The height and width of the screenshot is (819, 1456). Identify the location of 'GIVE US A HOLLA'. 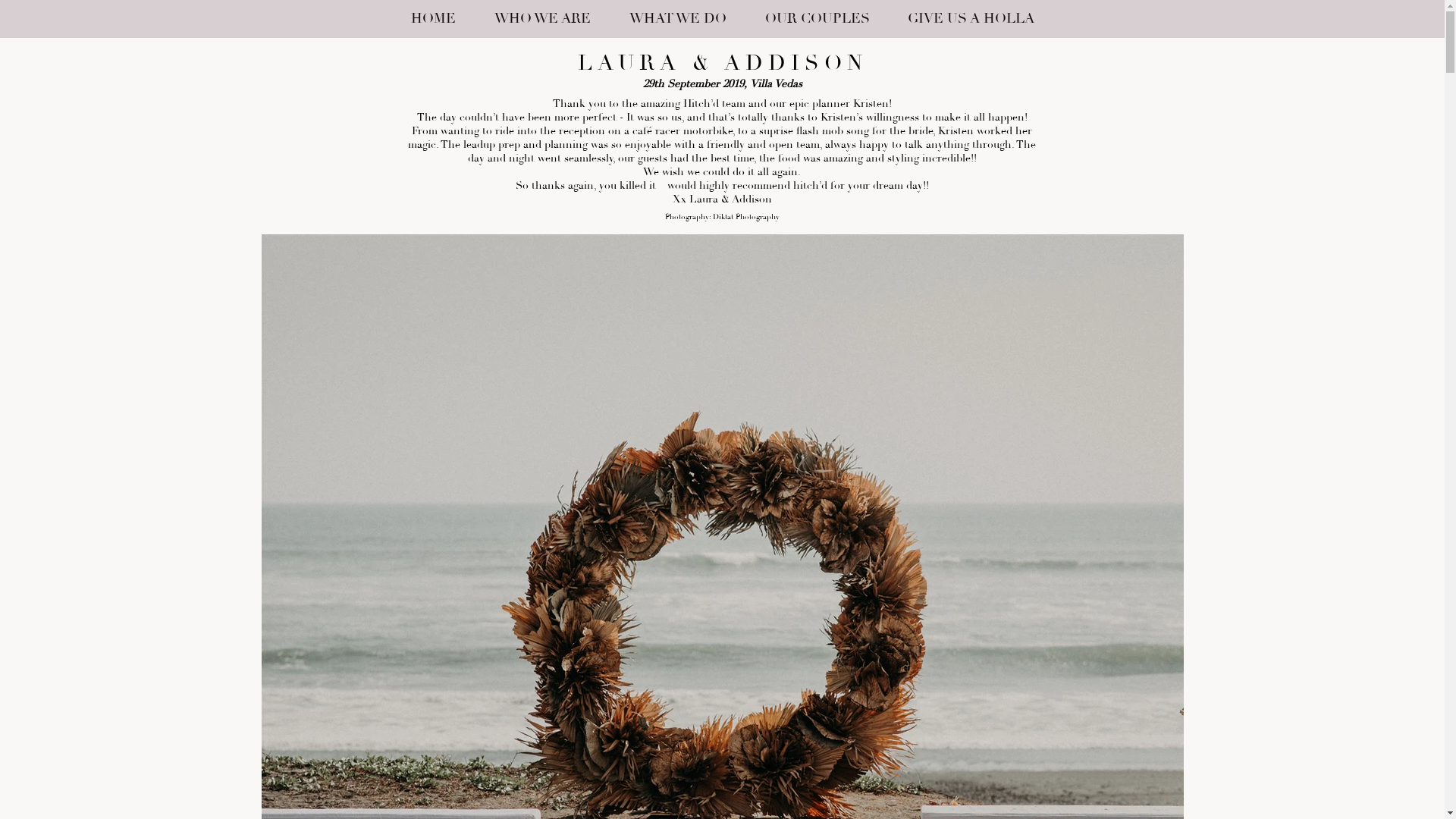
(971, 18).